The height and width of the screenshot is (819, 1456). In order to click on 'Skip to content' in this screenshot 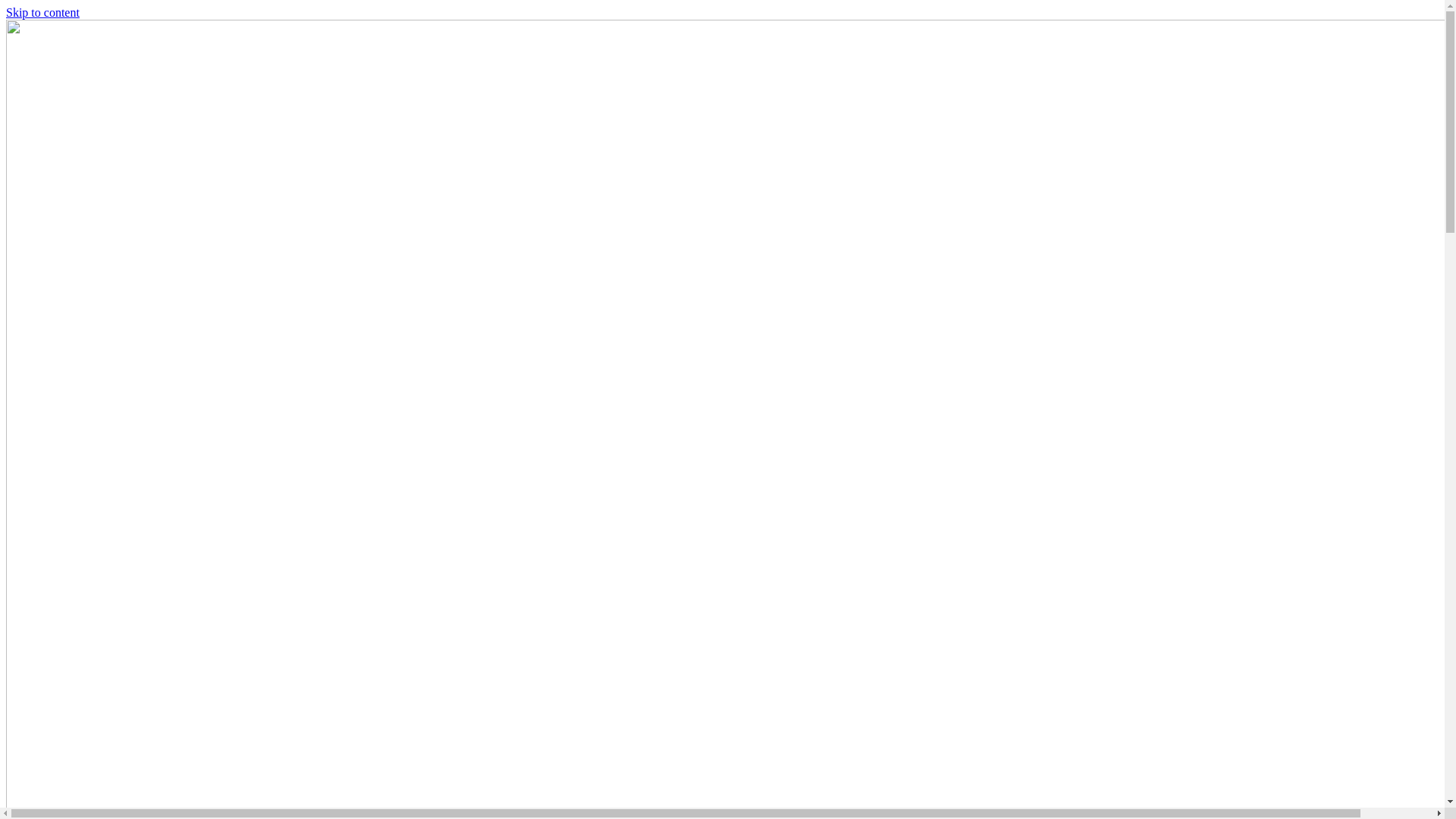, I will do `click(42, 12)`.